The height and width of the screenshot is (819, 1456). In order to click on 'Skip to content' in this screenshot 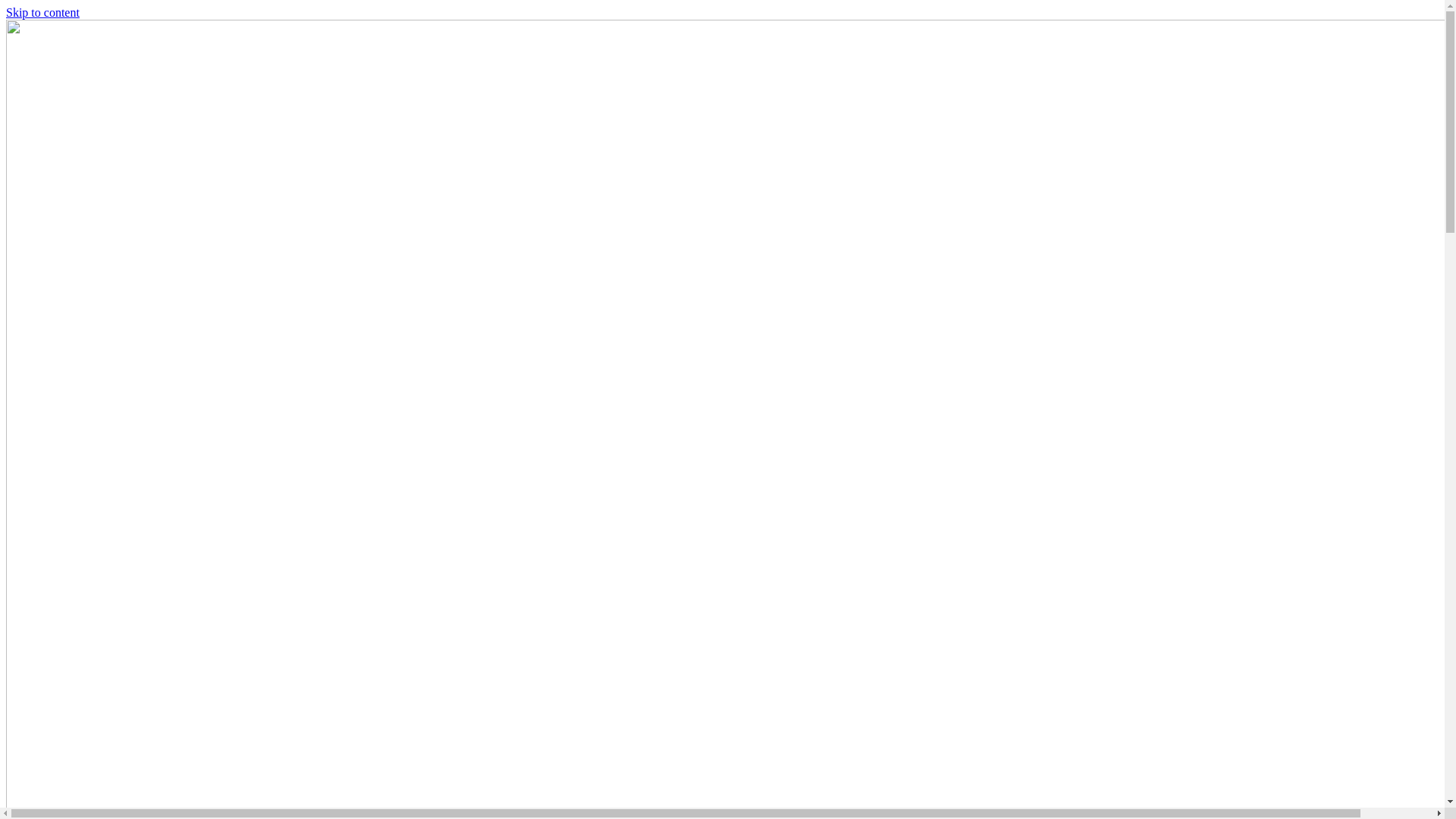, I will do `click(42, 12)`.